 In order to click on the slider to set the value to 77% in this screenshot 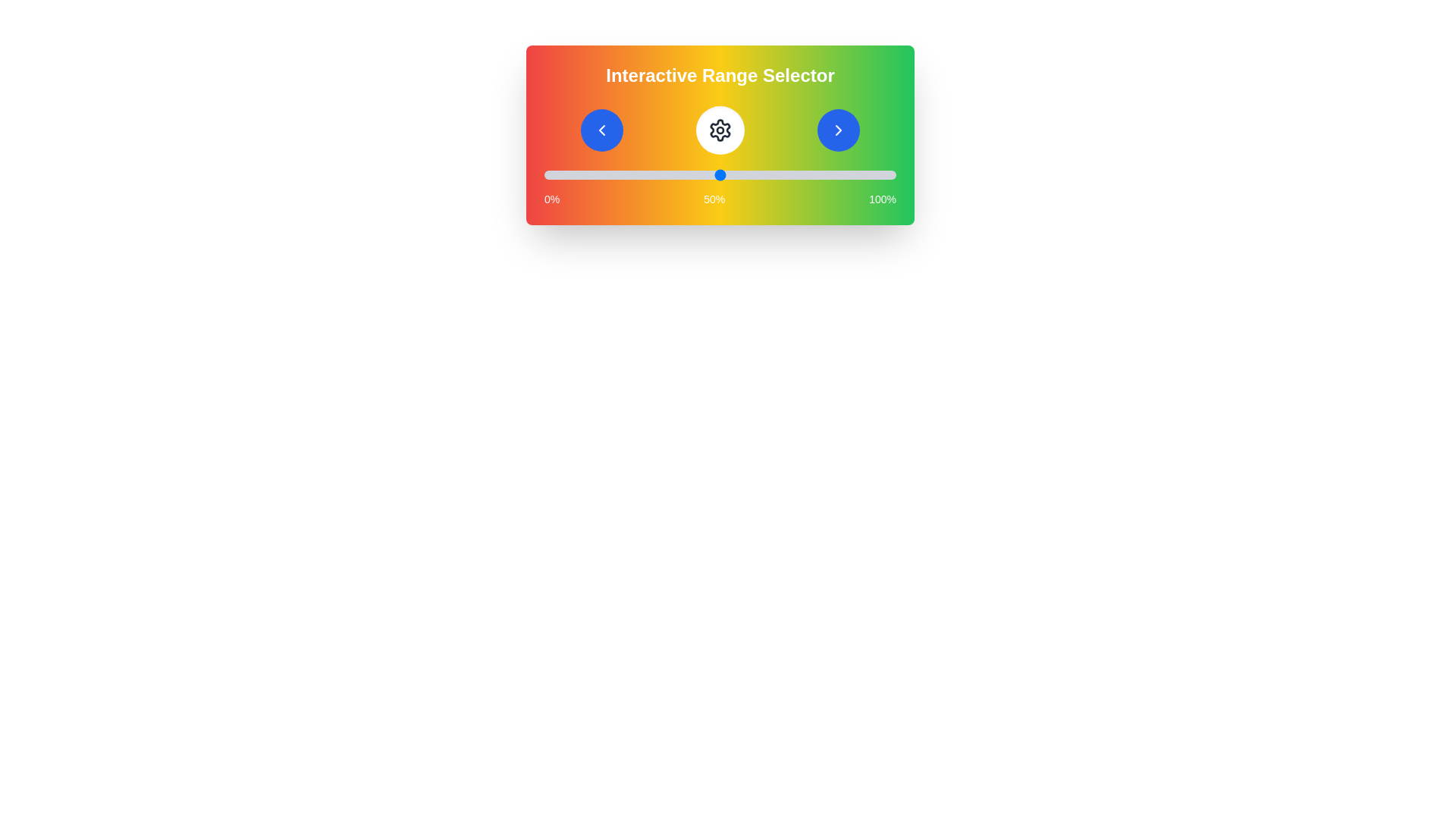, I will do `click(814, 174)`.